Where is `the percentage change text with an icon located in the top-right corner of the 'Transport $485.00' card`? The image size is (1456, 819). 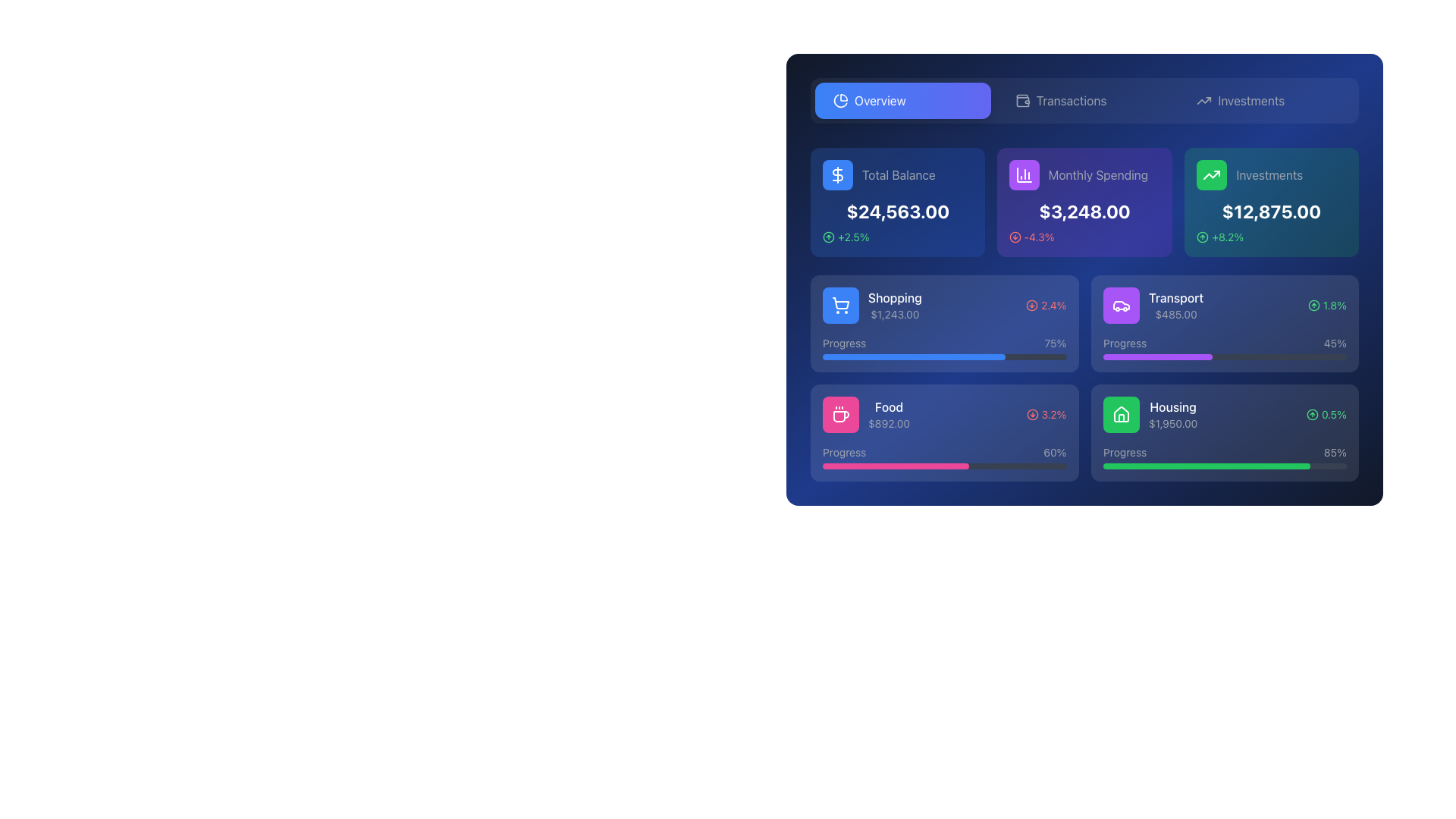
the percentage change text with an icon located in the top-right corner of the 'Transport $485.00' card is located at coordinates (1326, 305).